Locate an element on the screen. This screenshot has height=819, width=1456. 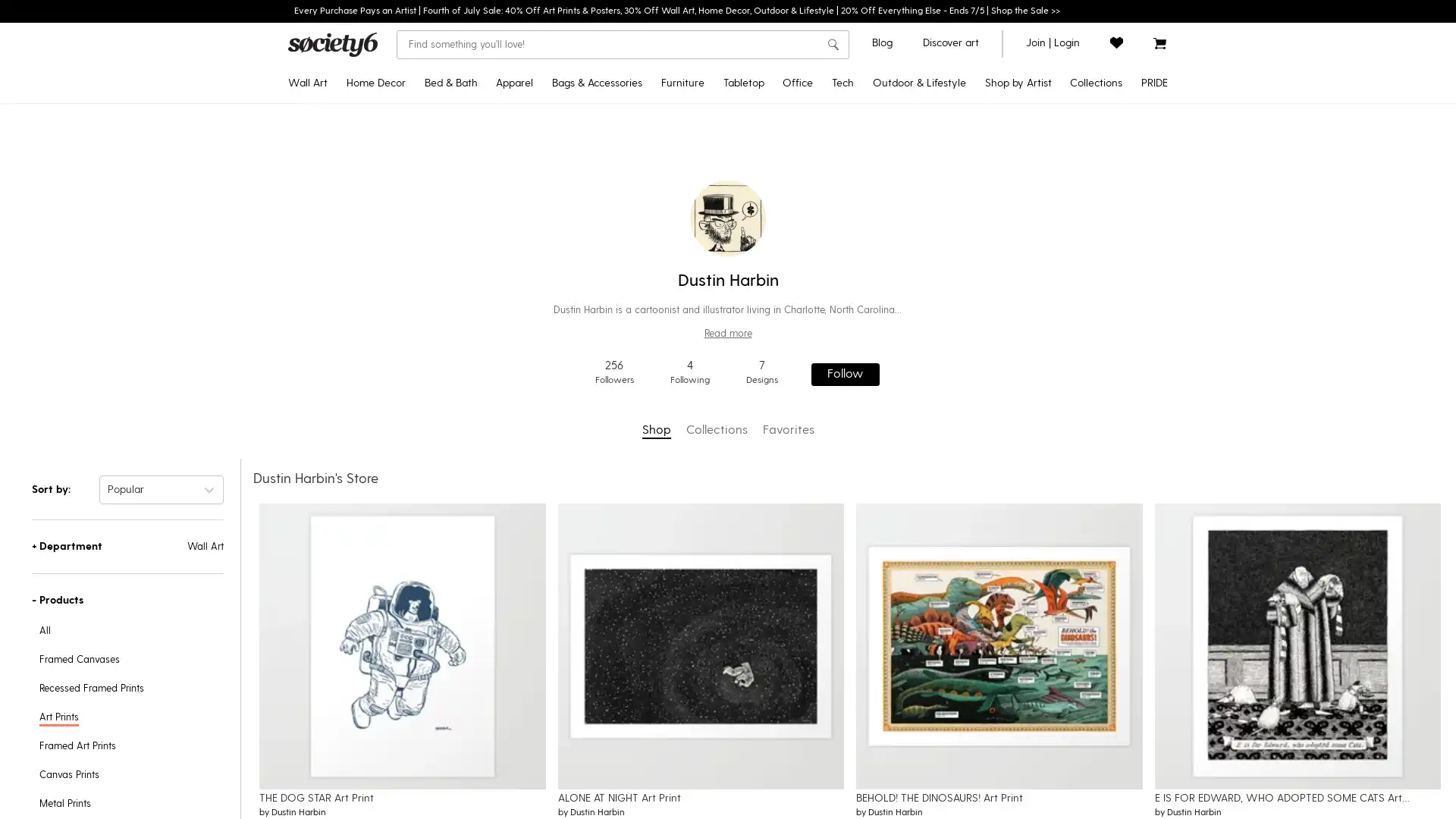
Fanny Packs is located at coordinates (607, 243).